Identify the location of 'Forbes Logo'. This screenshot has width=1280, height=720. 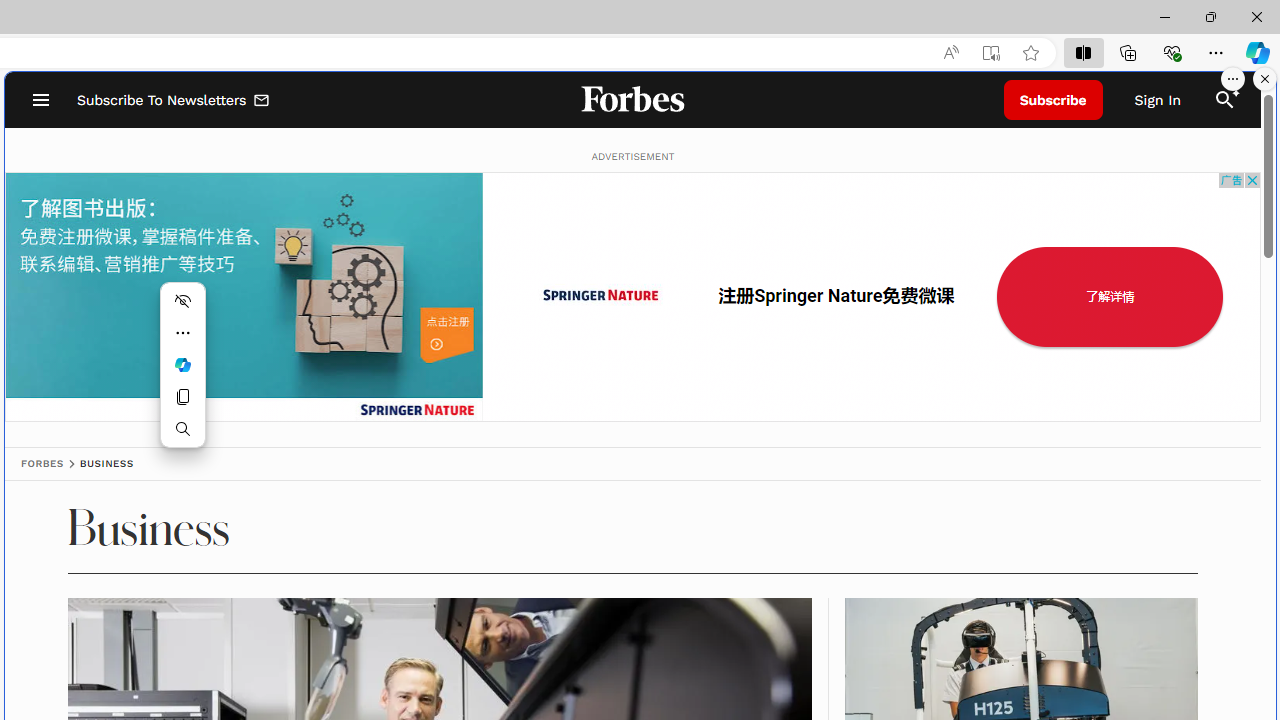
(631, 100).